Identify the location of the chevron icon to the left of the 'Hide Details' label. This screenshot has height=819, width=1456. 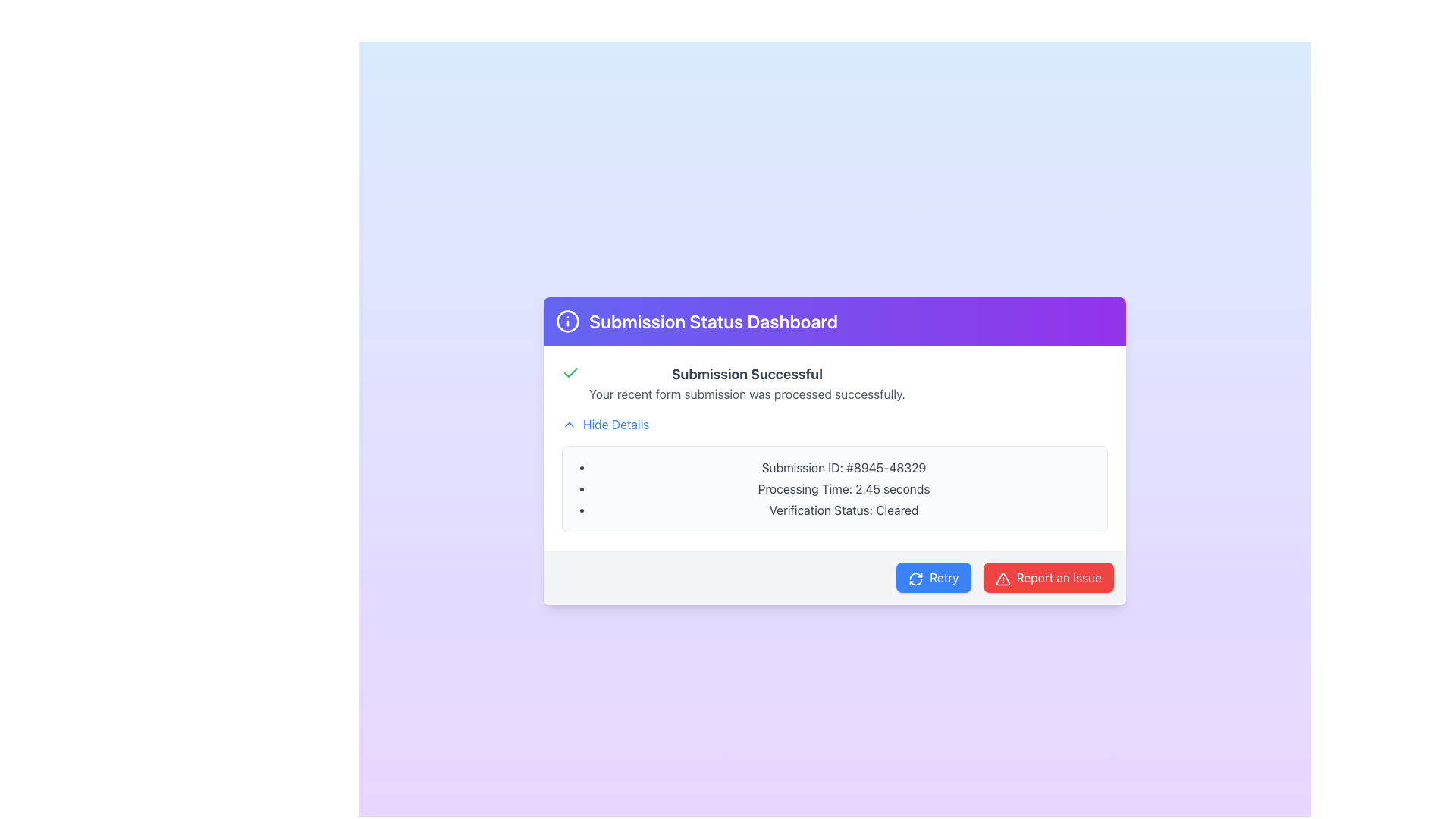
(568, 424).